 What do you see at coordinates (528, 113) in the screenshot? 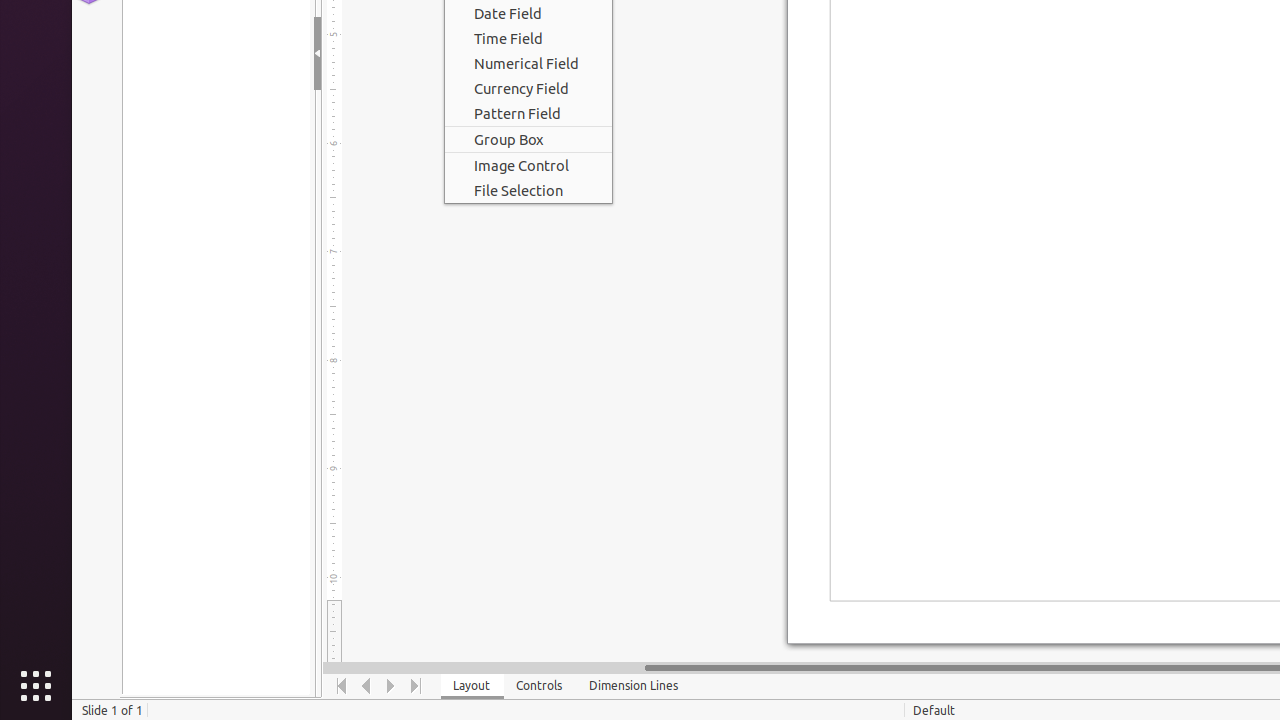
I see `'Pattern Field'` at bounding box center [528, 113].